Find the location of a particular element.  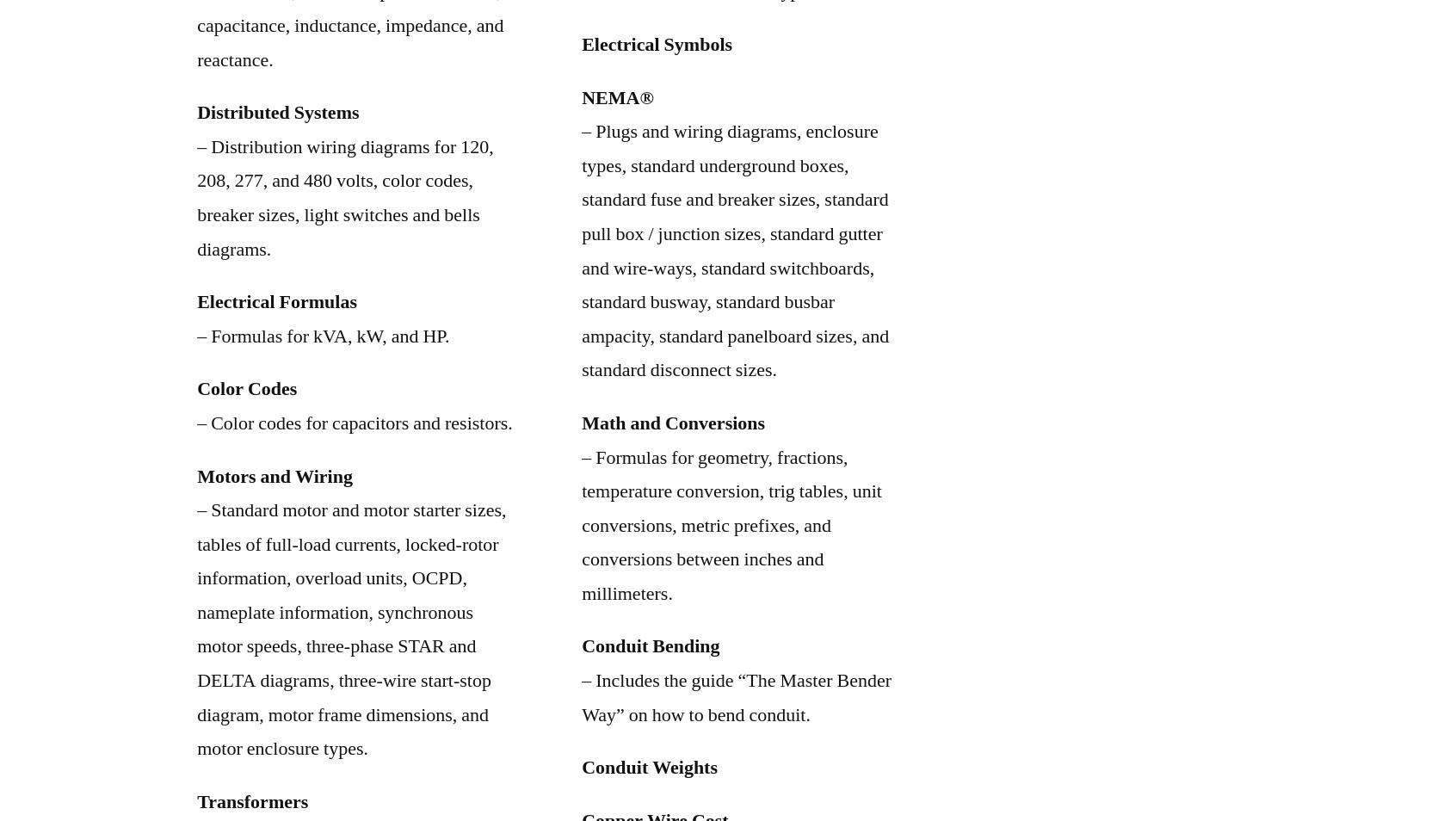

'Math and Conversions' is located at coordinates (673, 422).